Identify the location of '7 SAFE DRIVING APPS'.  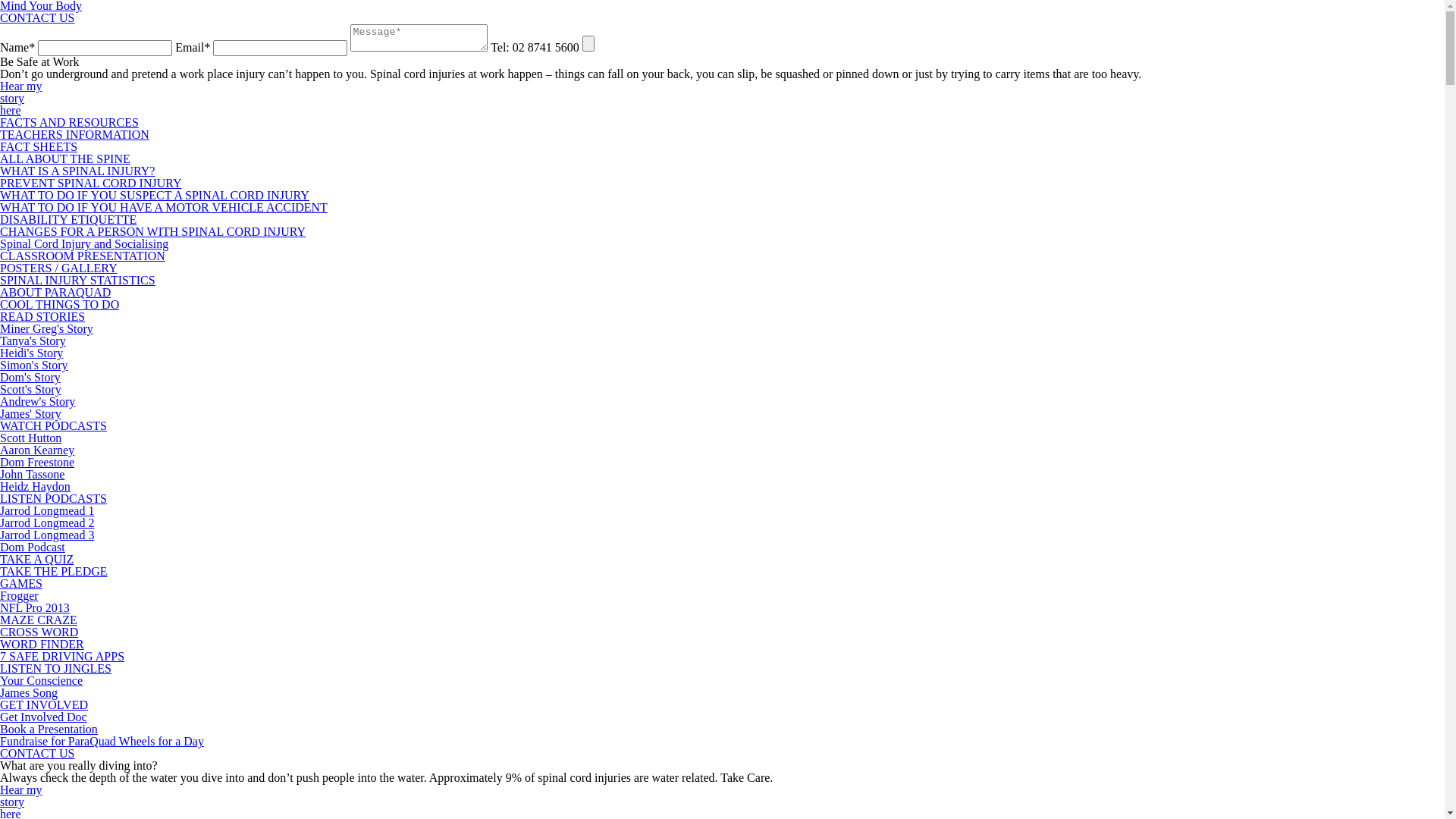
(61, 655).